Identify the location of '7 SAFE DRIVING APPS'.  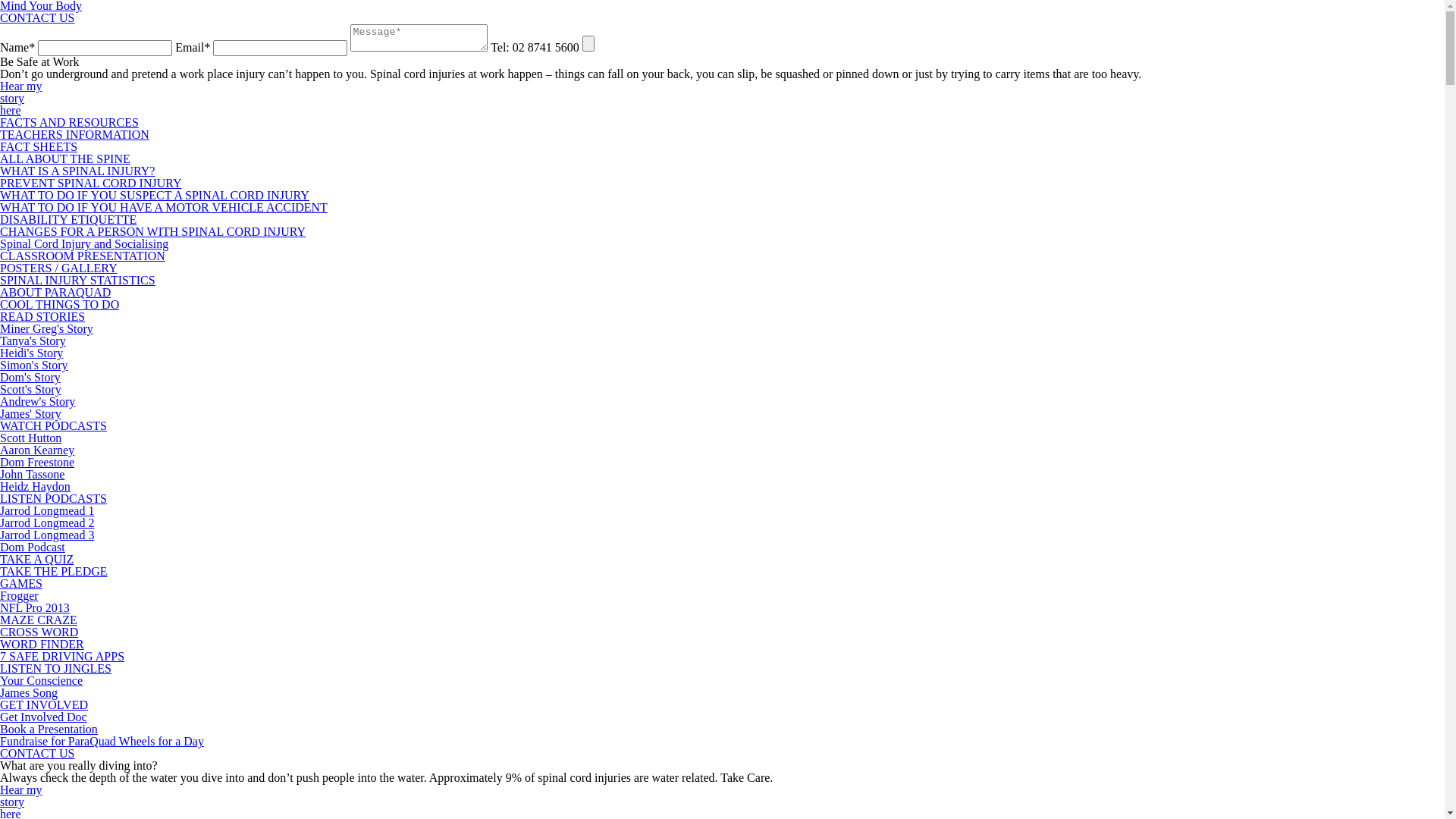
(61, 655).